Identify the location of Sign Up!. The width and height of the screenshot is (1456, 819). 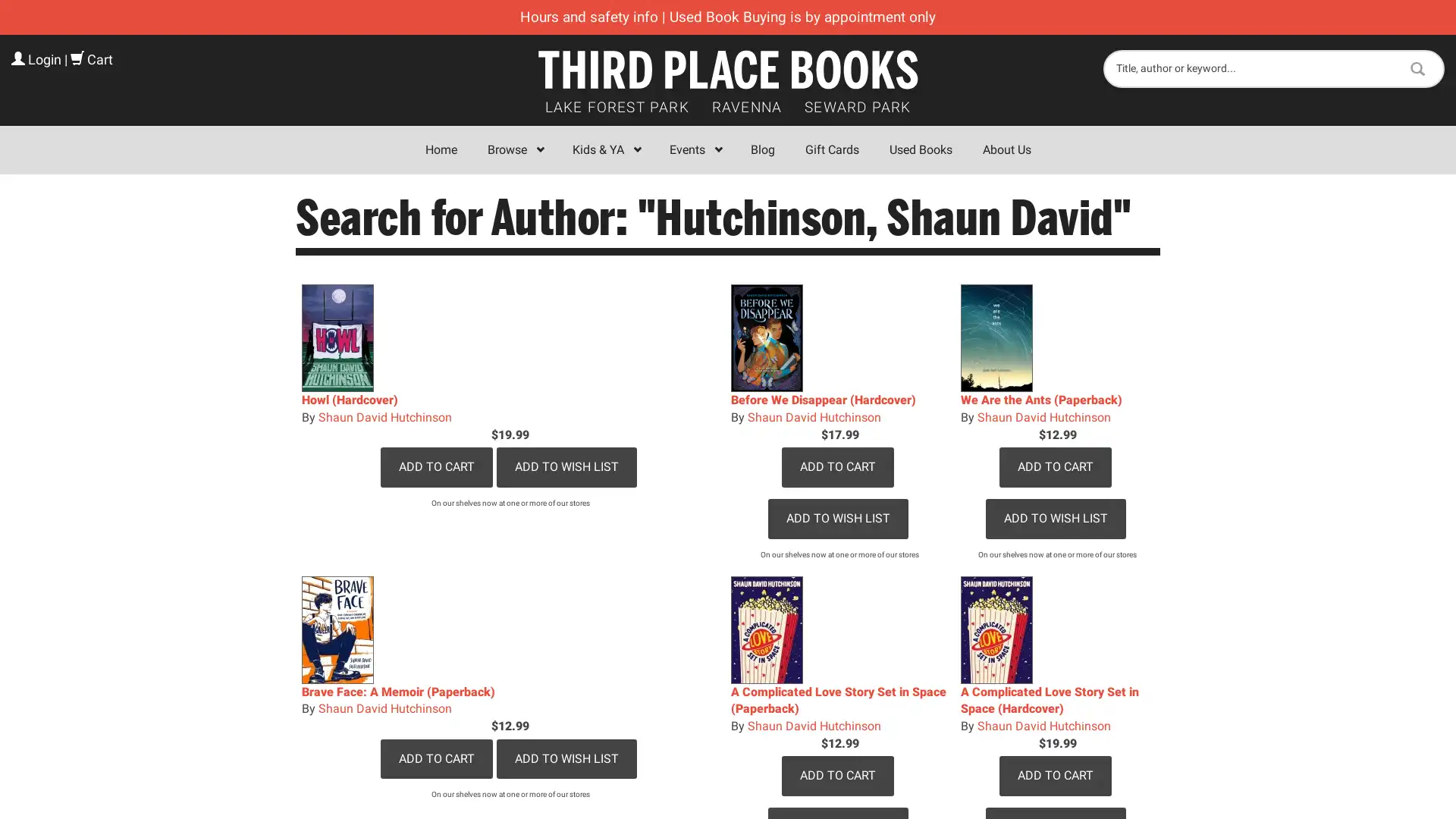
(728, 564).